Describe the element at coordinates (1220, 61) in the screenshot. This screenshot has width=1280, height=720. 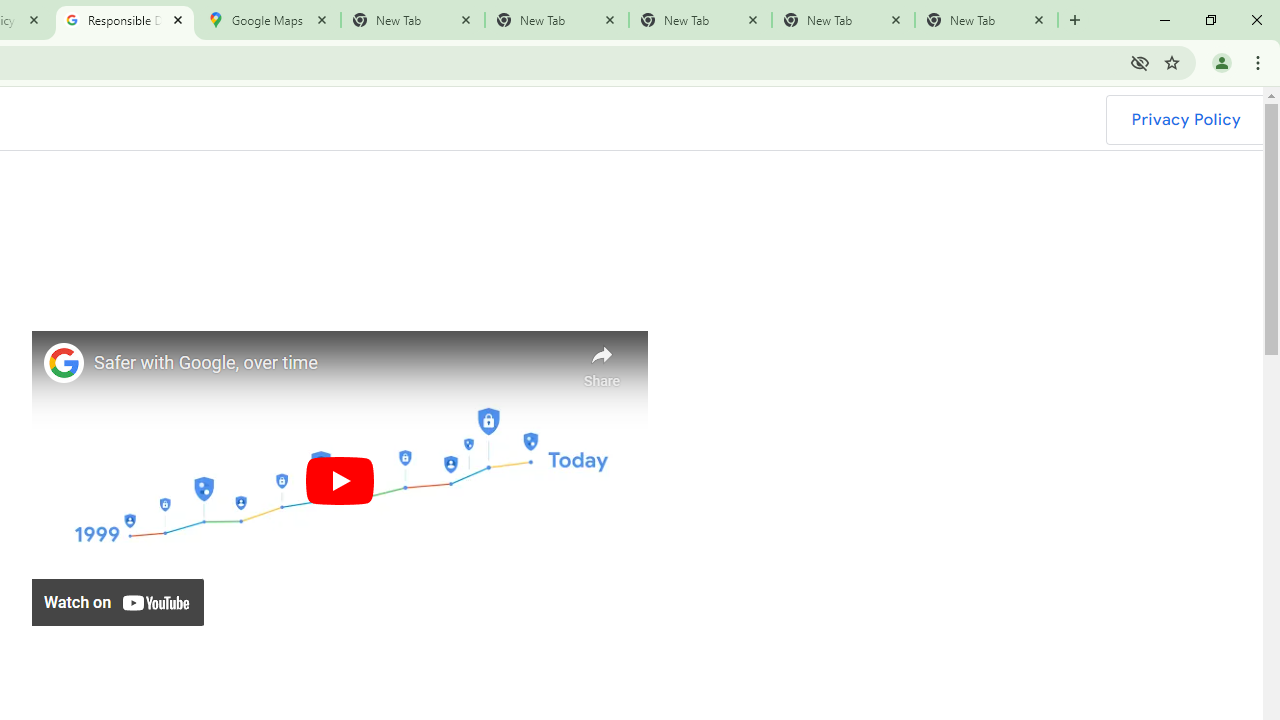
I see `'You'` at that location.